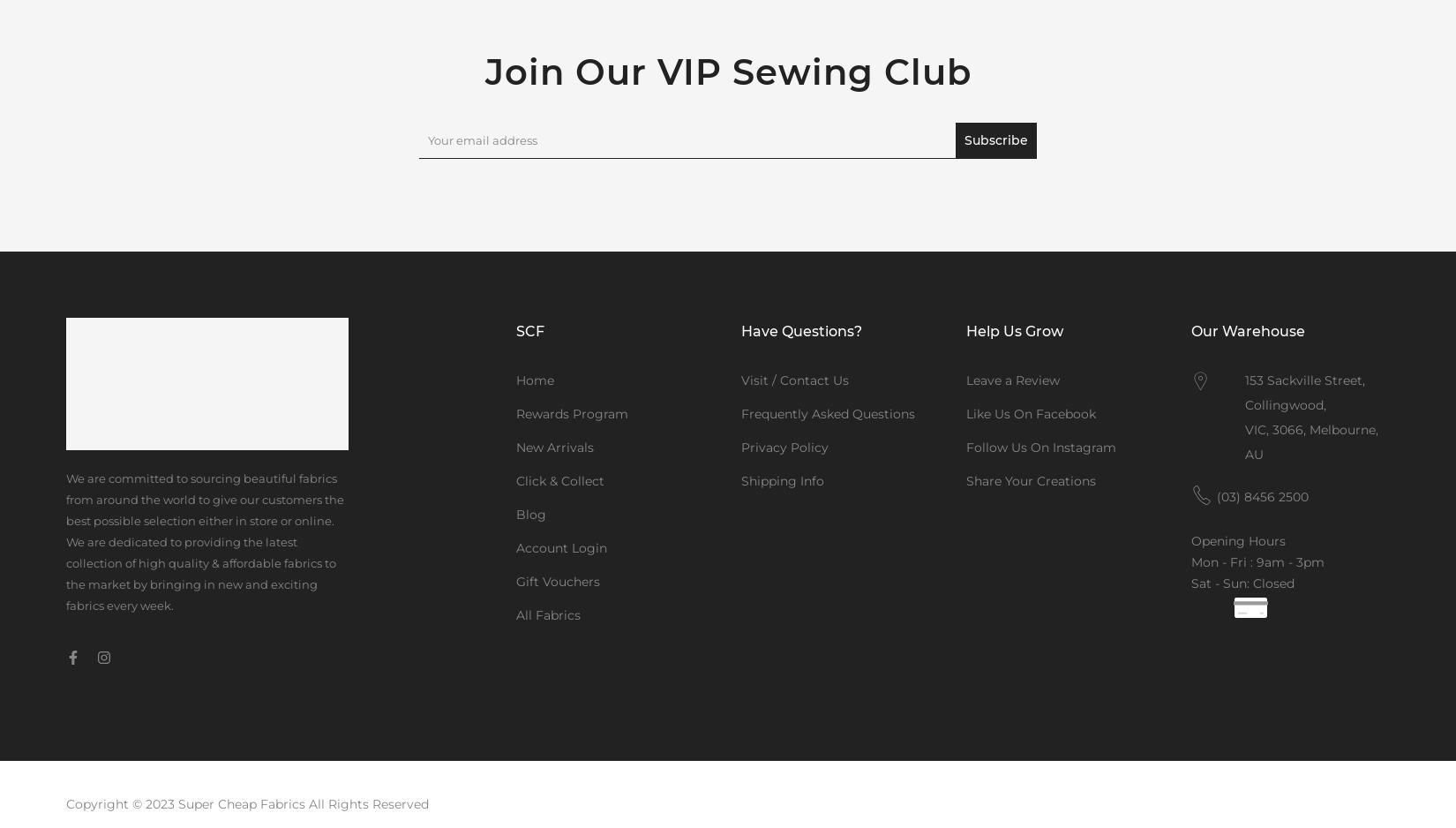 The width and height of the screenshot is (1456, 828). I want to click on 'Gift Vouchers', so click(557, 581).